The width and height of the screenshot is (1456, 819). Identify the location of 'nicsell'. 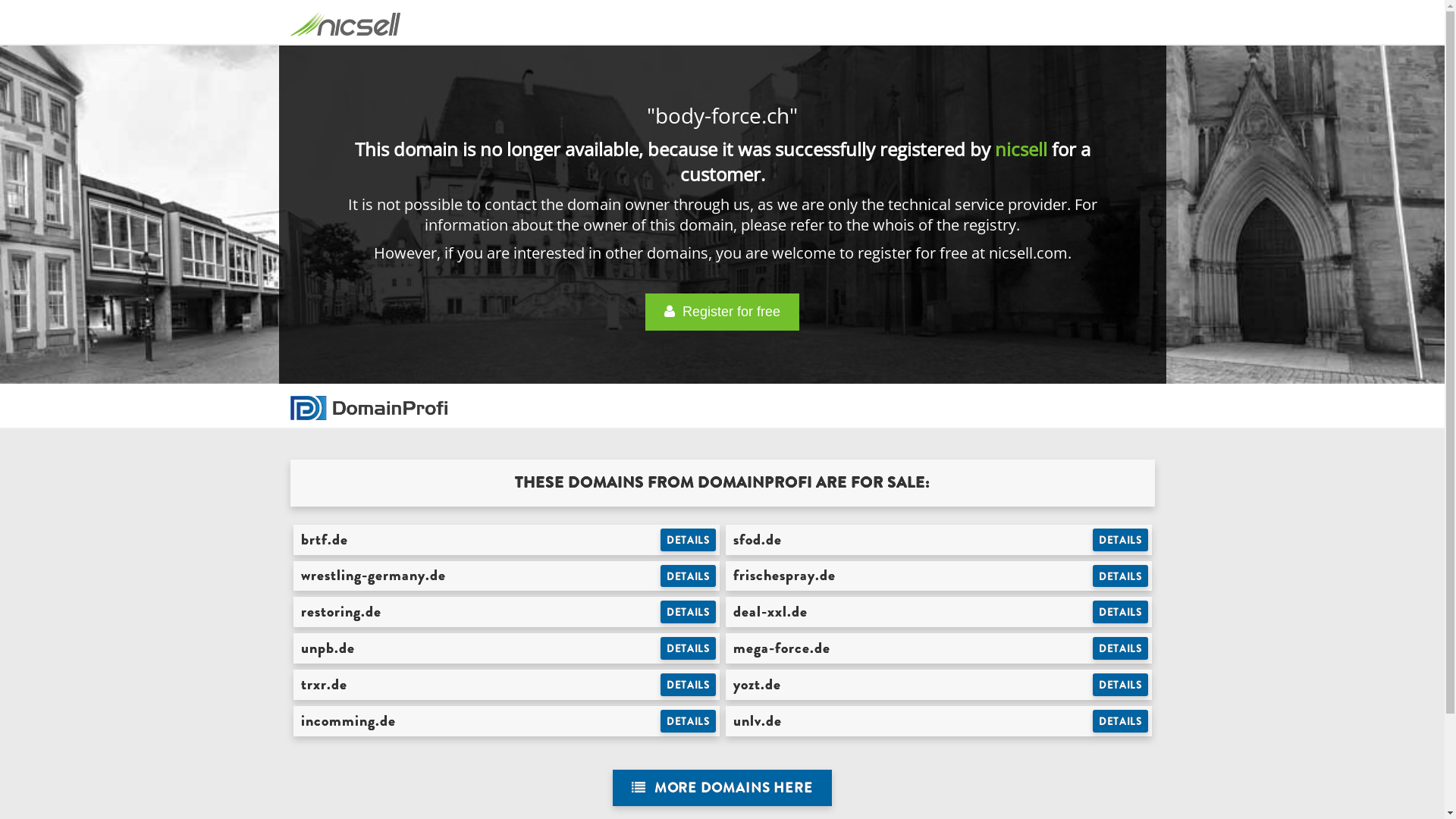
(1021, 149).